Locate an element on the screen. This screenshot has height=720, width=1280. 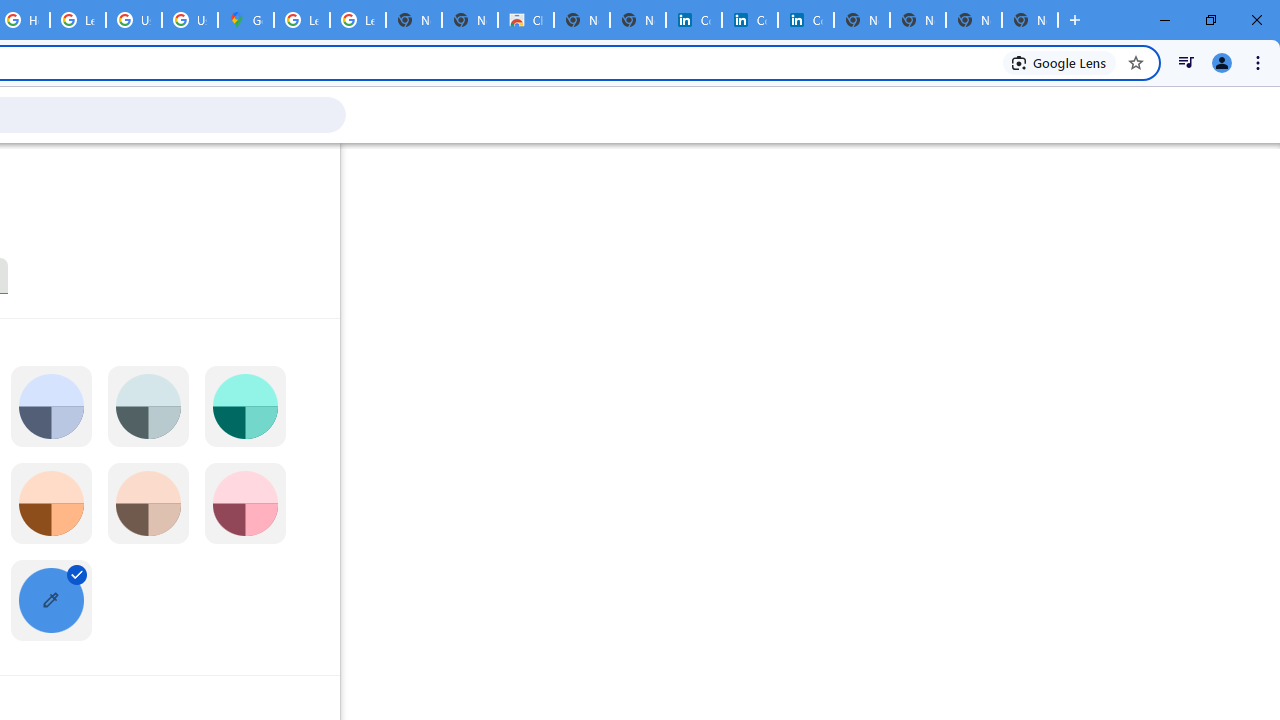
'Cookie Policy | LinkedIn' is located at coordinates (749, 20).